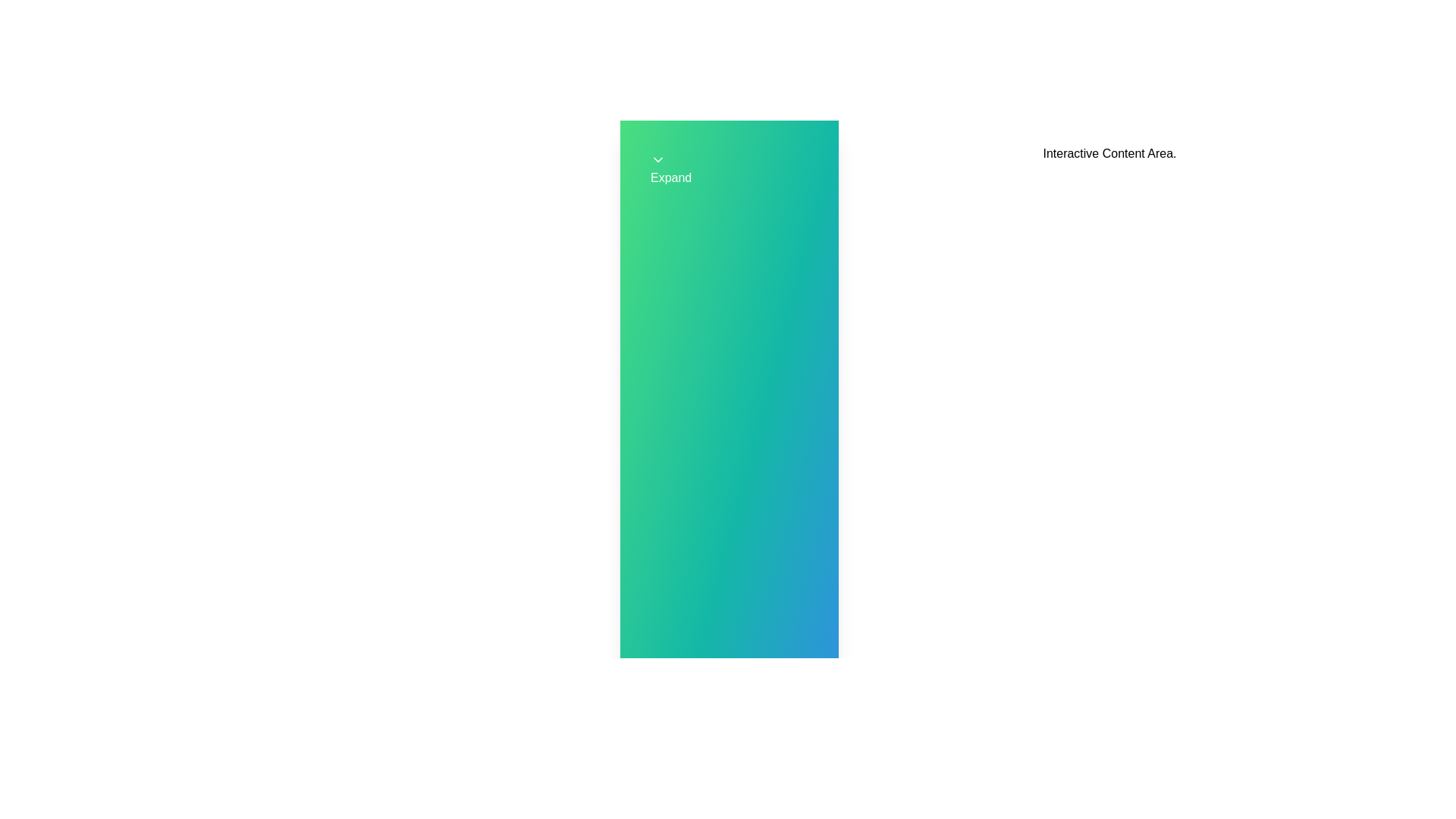 Image resolution: width=1456 pixels, height=819 pixels. Describe the element at coordinates (729, 169) in the screenshot. I see `the 'Expand' button to toggle the drawer's visibility` at that location.